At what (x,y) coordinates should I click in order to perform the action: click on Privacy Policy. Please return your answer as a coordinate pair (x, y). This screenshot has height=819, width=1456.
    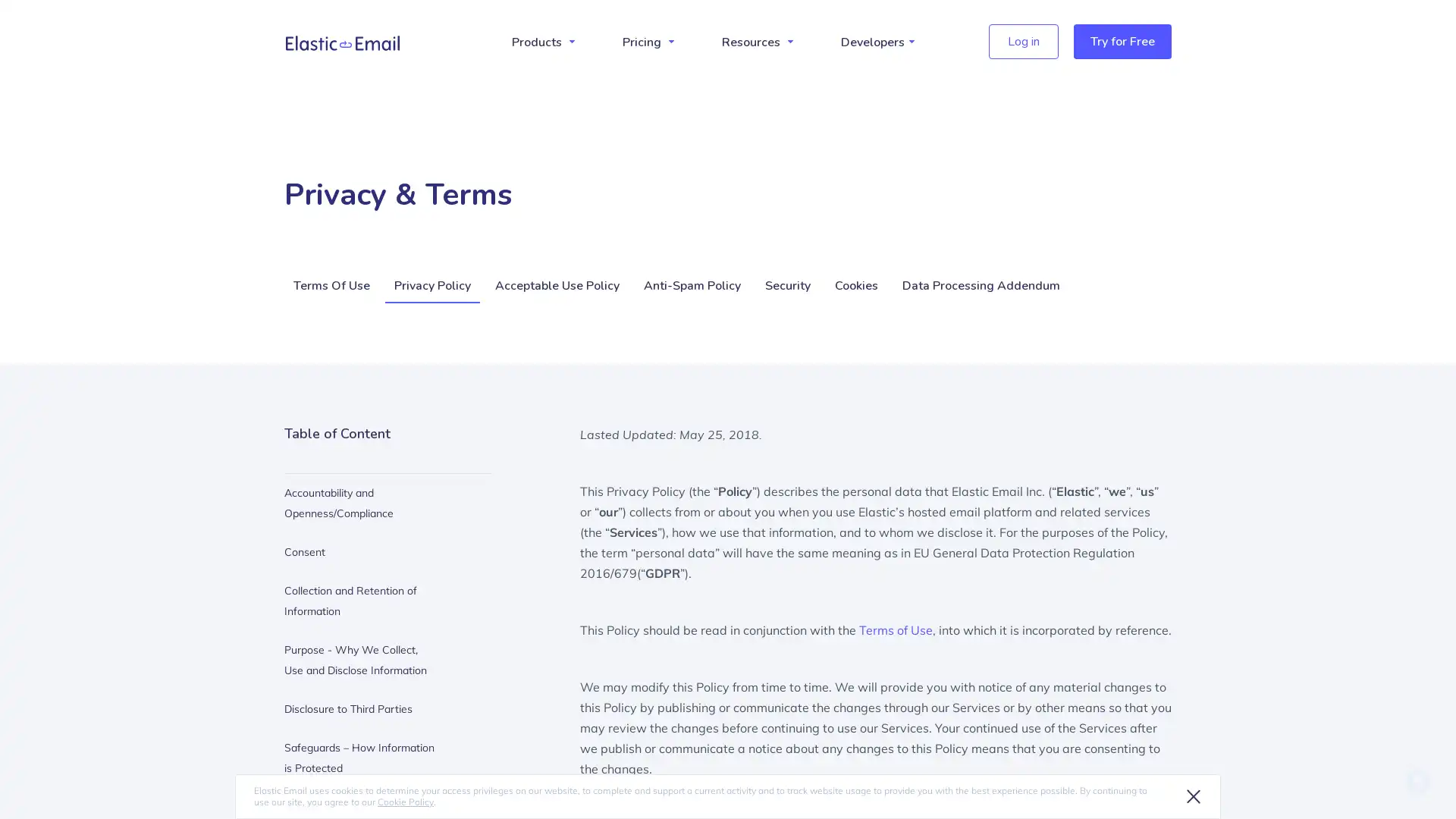
    Looking at the image, I should click on (431, 287).